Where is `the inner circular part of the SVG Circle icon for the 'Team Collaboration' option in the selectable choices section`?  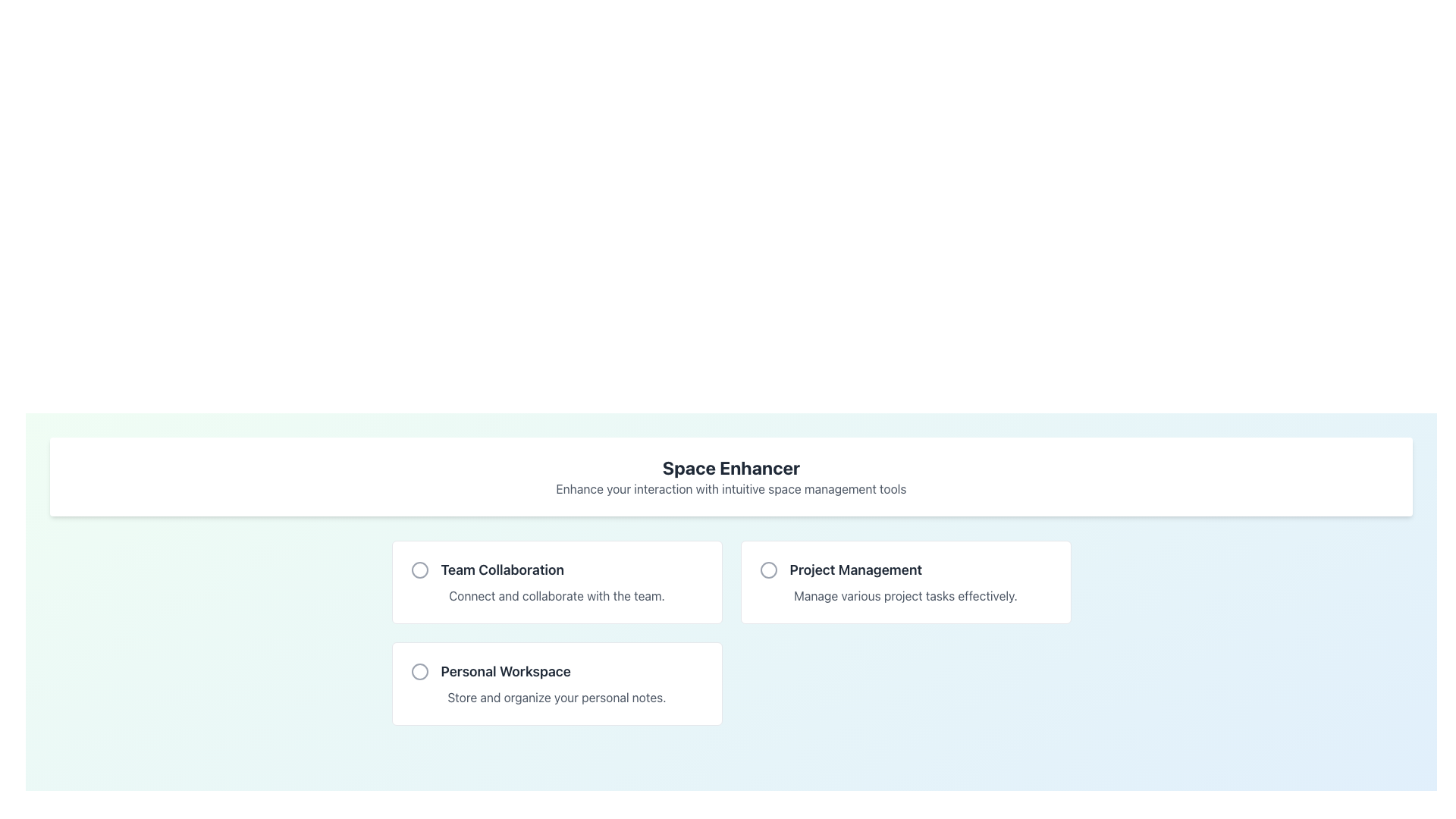
the inner circular part of the SVG Circle icon for the 'Team Collaboration' option in the selectable choices section is located at coordinates (419, 570).